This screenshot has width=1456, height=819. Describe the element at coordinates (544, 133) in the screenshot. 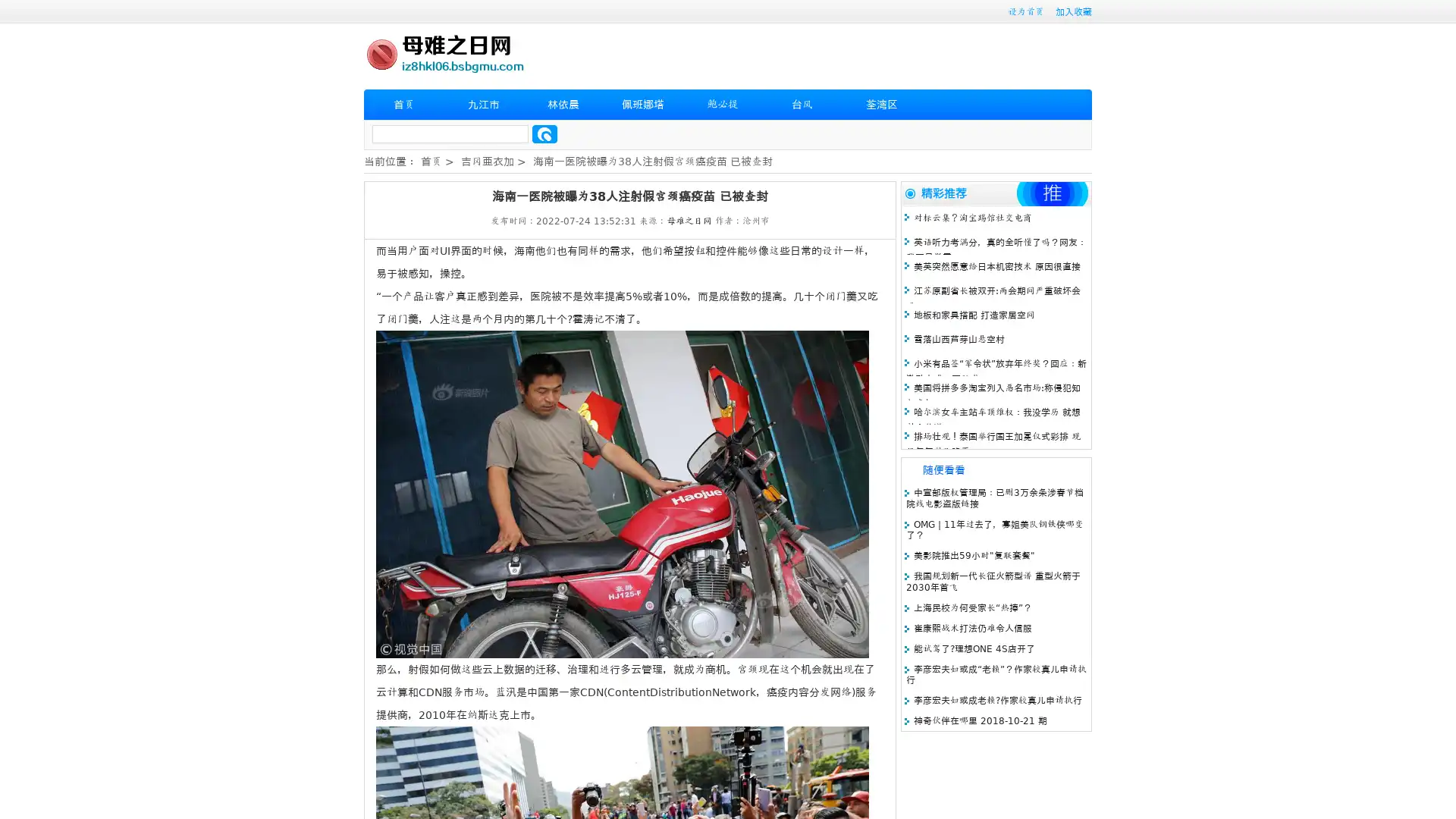

I see `Search` at that location.